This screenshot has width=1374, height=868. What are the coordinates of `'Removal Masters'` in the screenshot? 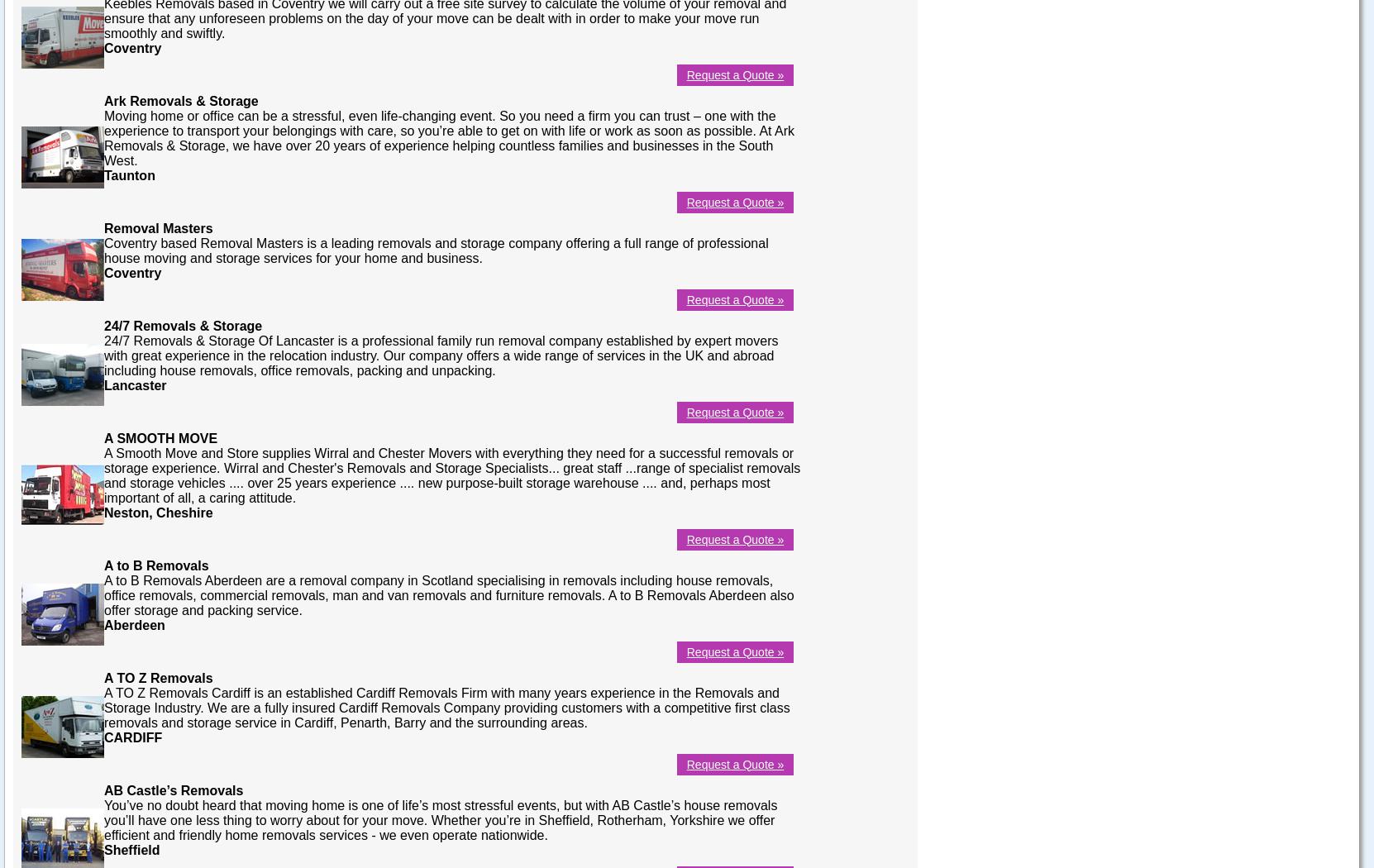 It's located at (157, 227).